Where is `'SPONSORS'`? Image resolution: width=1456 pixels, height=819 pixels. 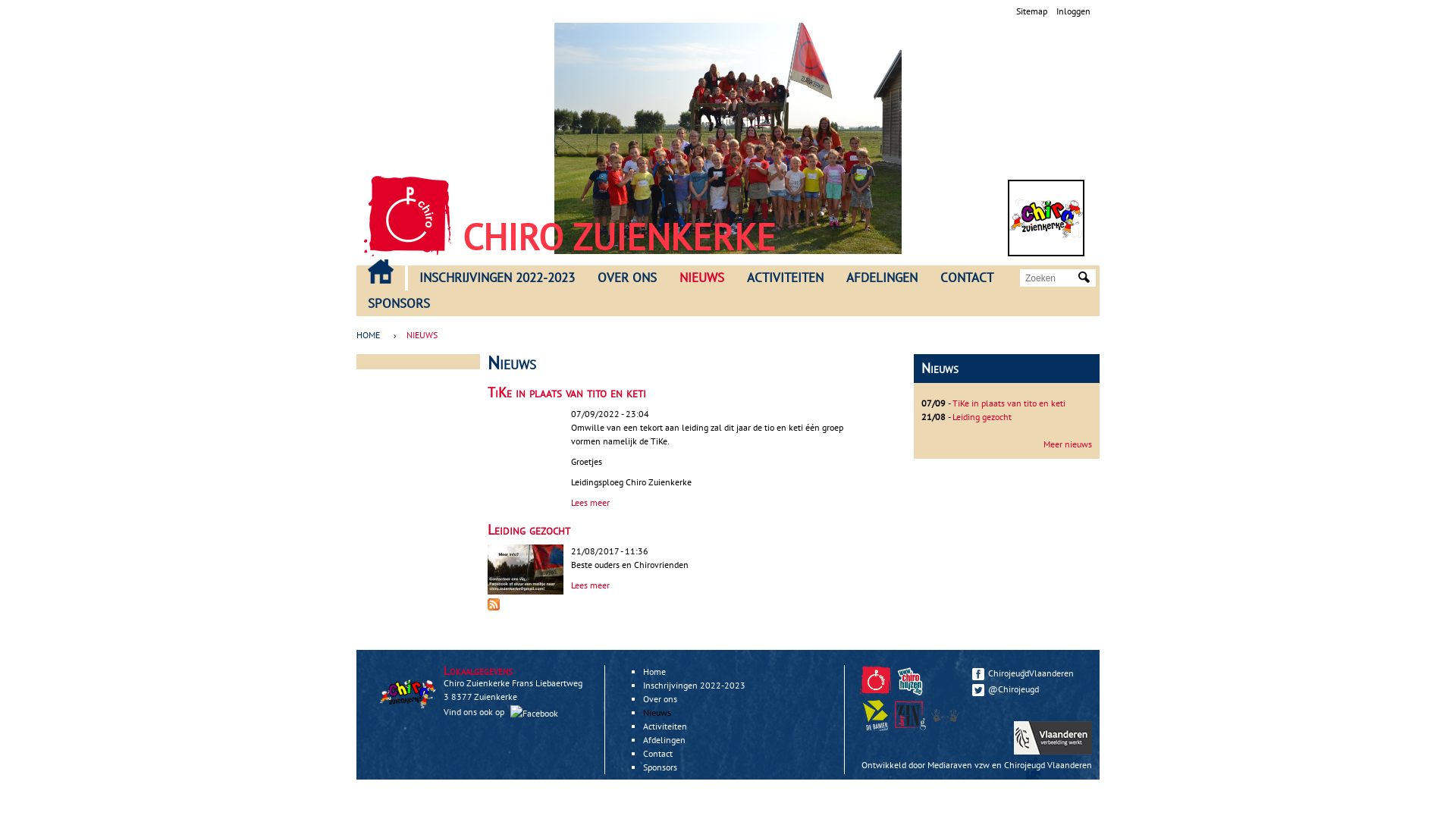
'SPONSORS' is located at coordinates (399, 304).